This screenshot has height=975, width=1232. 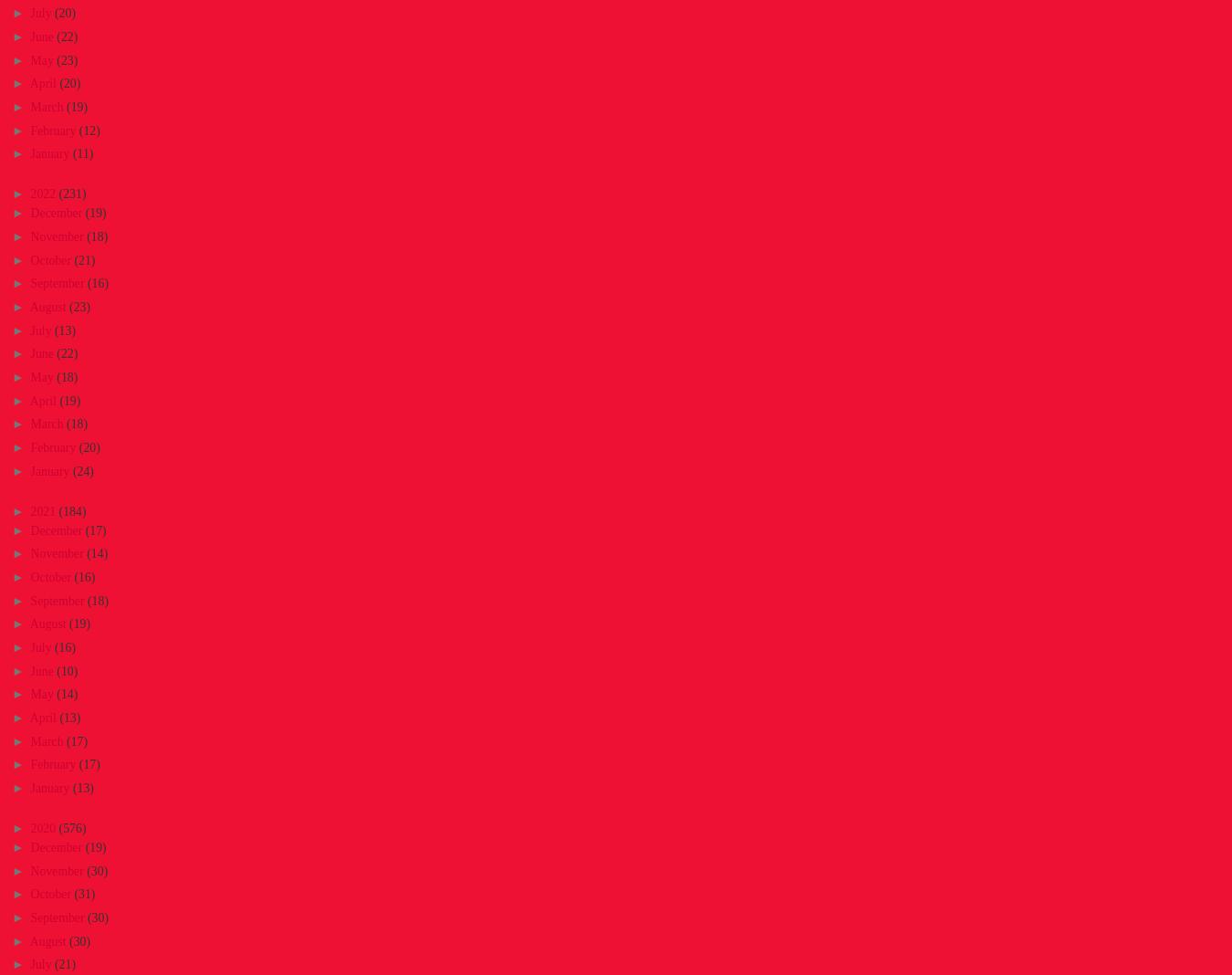 I want to click on '2021', so click(x=43, y=509).